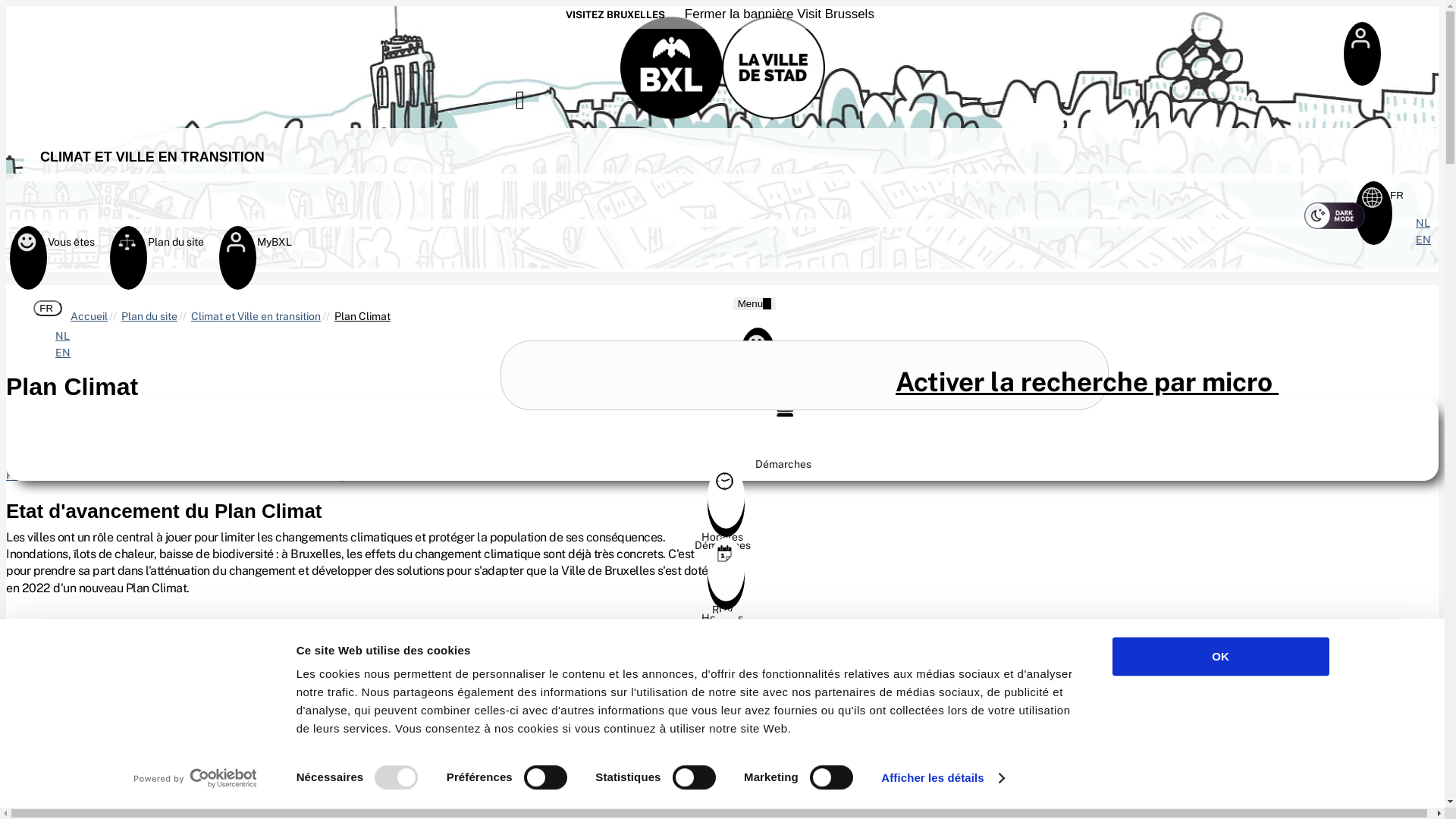 This screenshot has width=1456, height=819. Describe the element at coordinates (362, 315) in the screenshot. I see `'Plan Climat'` at that location.